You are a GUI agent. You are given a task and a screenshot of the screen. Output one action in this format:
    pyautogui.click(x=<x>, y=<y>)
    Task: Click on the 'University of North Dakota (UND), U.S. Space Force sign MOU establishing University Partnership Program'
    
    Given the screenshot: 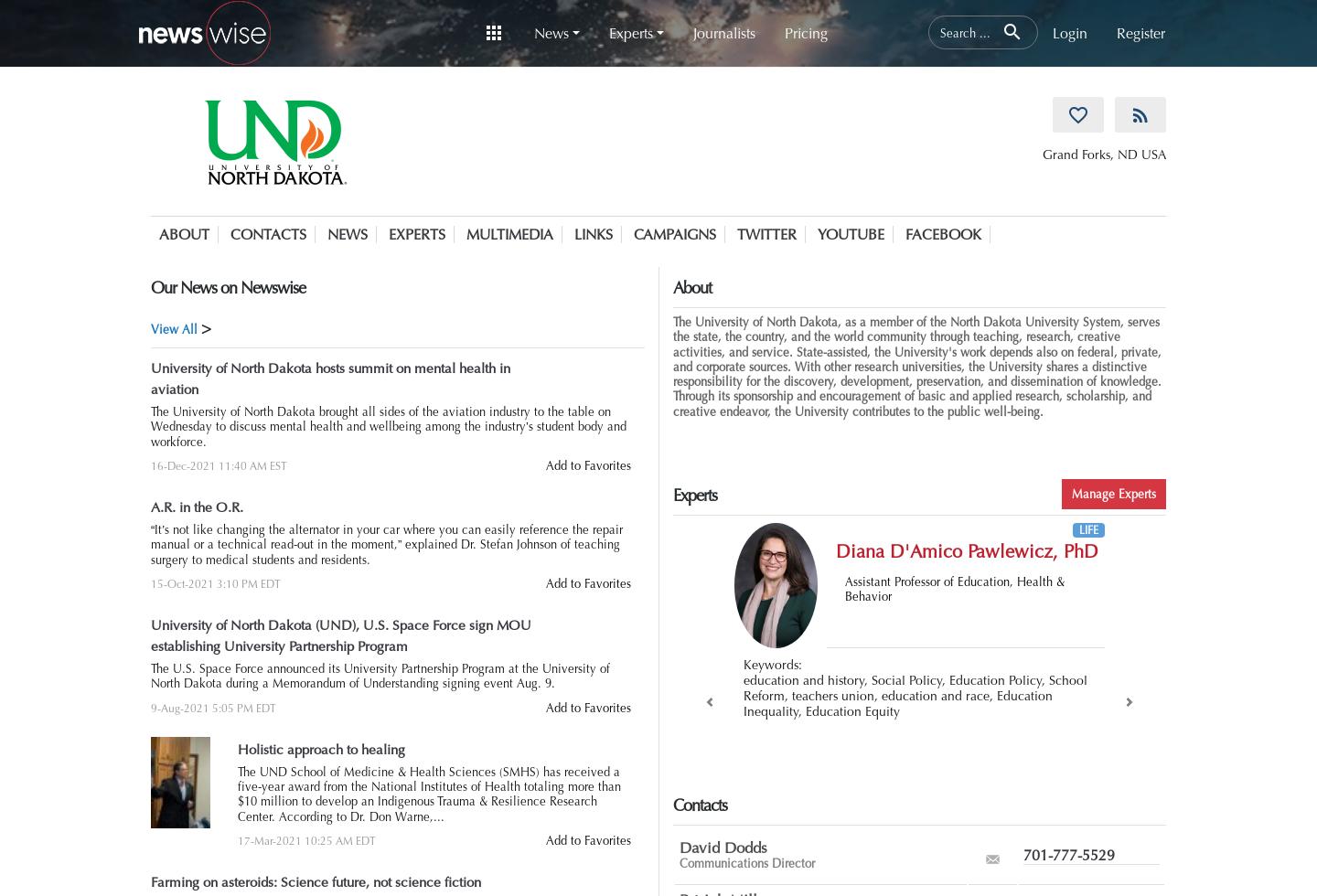 What is the action you would take?
    pyautogui.click(x=339, y=635)
    